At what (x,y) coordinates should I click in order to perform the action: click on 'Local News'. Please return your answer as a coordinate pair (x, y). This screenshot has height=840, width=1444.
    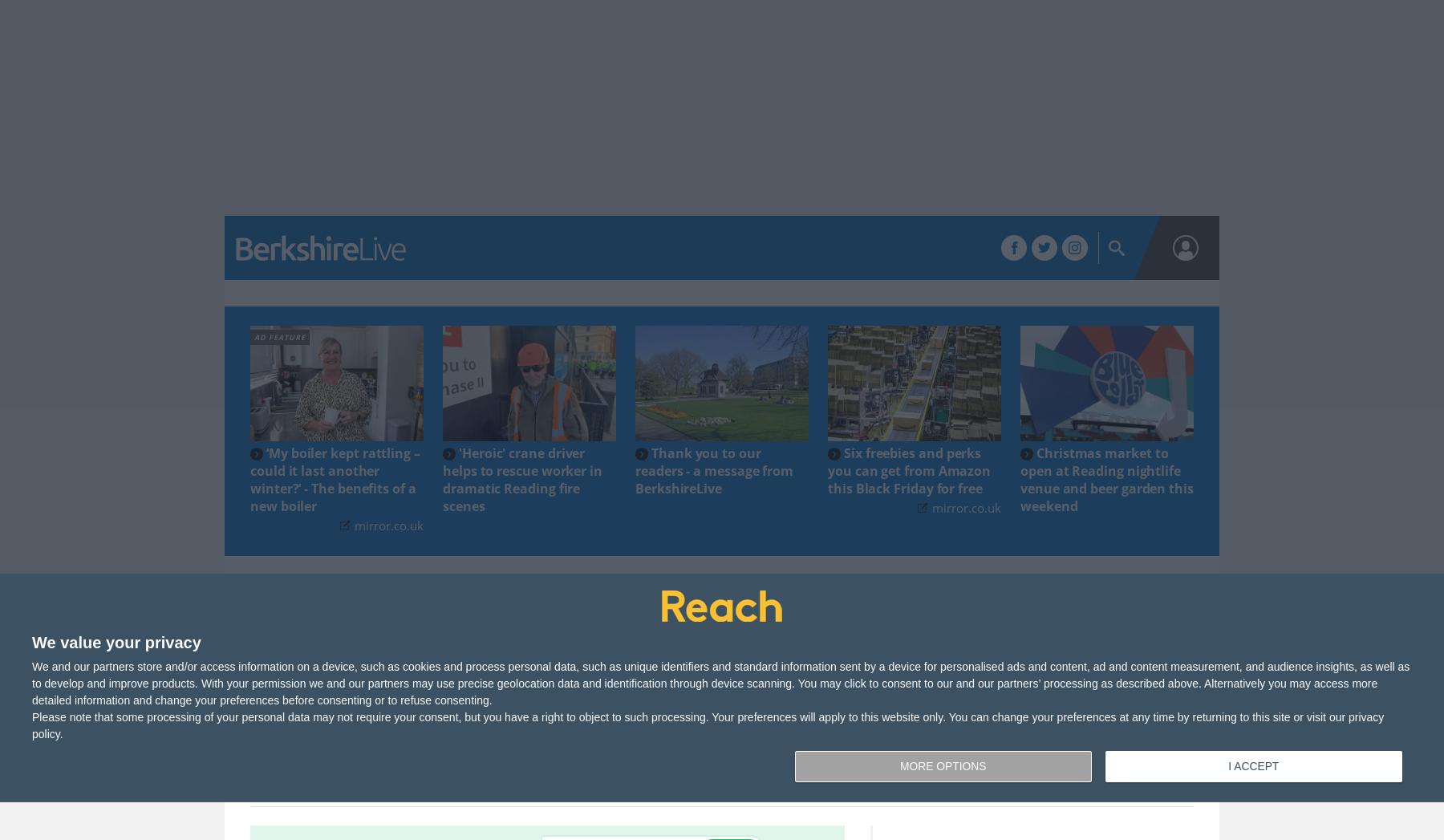
    Looking at the image, I should click on (349, 626).